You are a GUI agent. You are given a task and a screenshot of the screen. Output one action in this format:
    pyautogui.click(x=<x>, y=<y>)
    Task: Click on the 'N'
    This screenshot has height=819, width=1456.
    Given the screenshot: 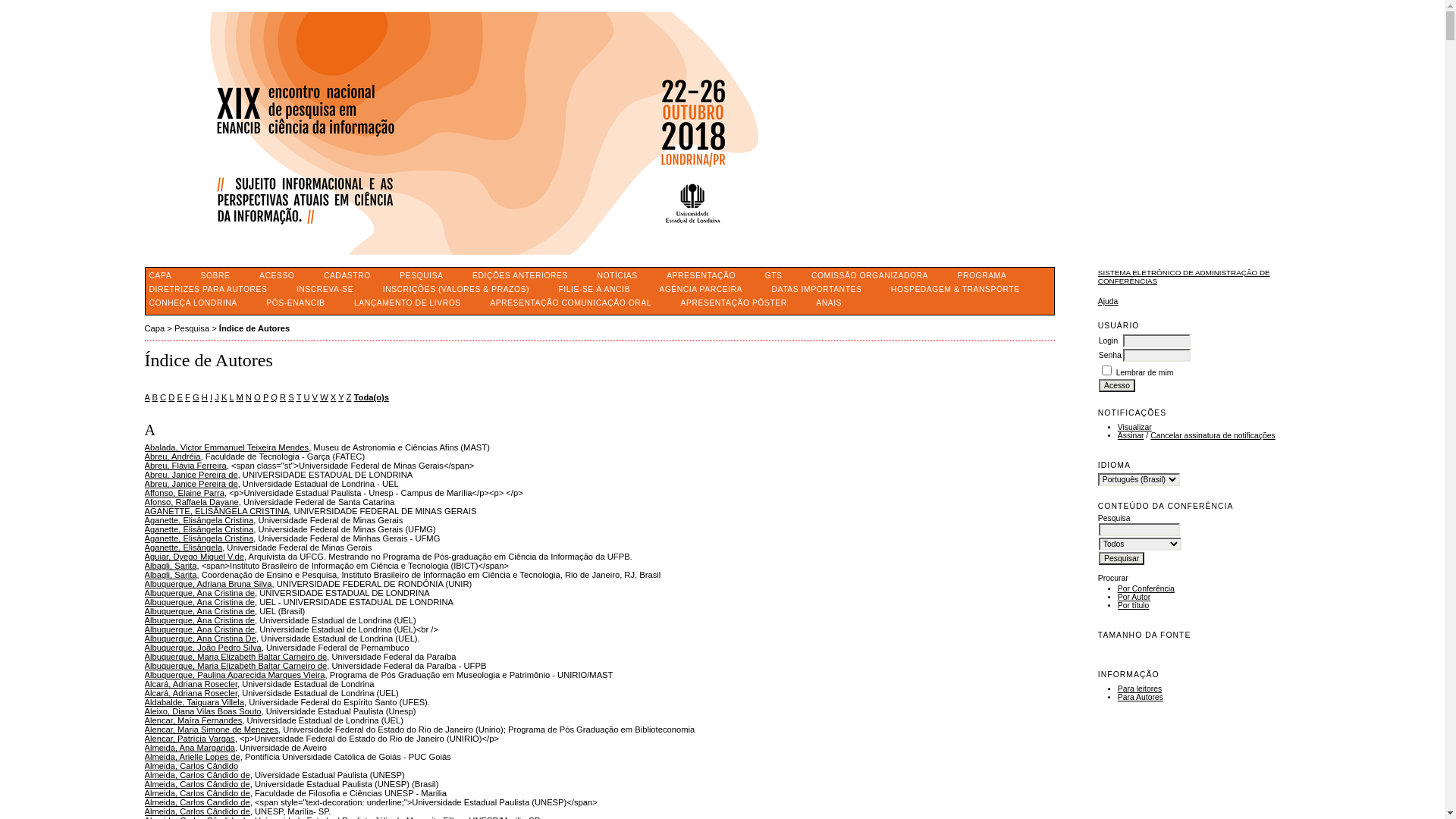 What is the action you would take?
    pyautogui.click(x=246, y=397)
    